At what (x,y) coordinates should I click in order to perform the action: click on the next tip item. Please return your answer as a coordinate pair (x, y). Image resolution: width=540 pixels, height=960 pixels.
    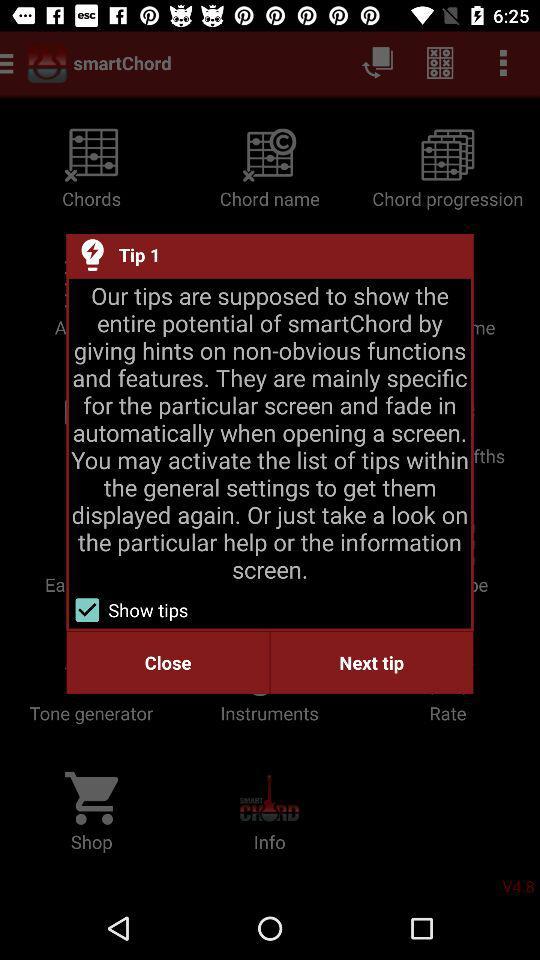
    Looking at the image, I should click on (370, 662).